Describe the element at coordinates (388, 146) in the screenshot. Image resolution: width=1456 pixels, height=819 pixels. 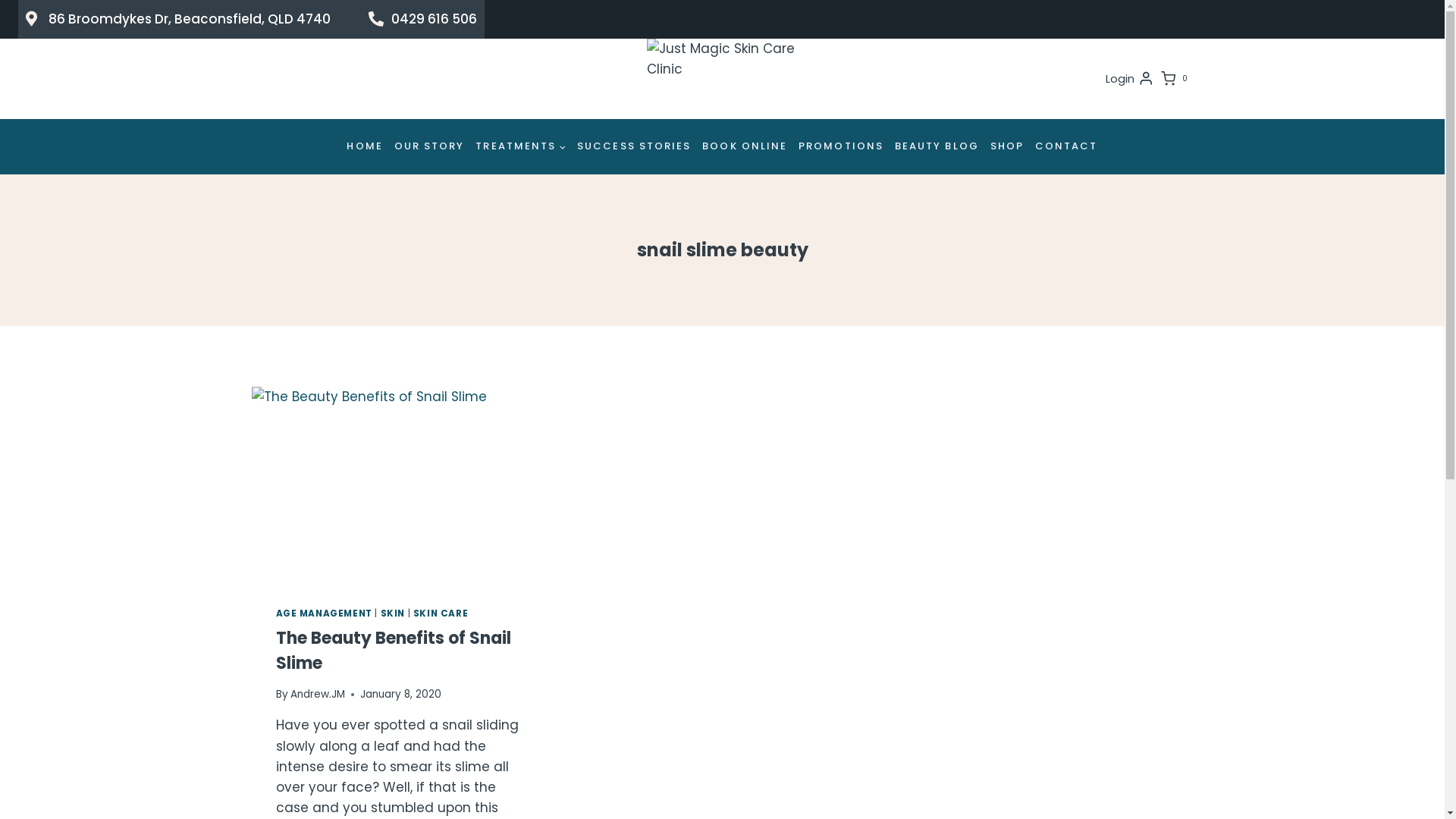
I see `'OUR STORY'` at that location.